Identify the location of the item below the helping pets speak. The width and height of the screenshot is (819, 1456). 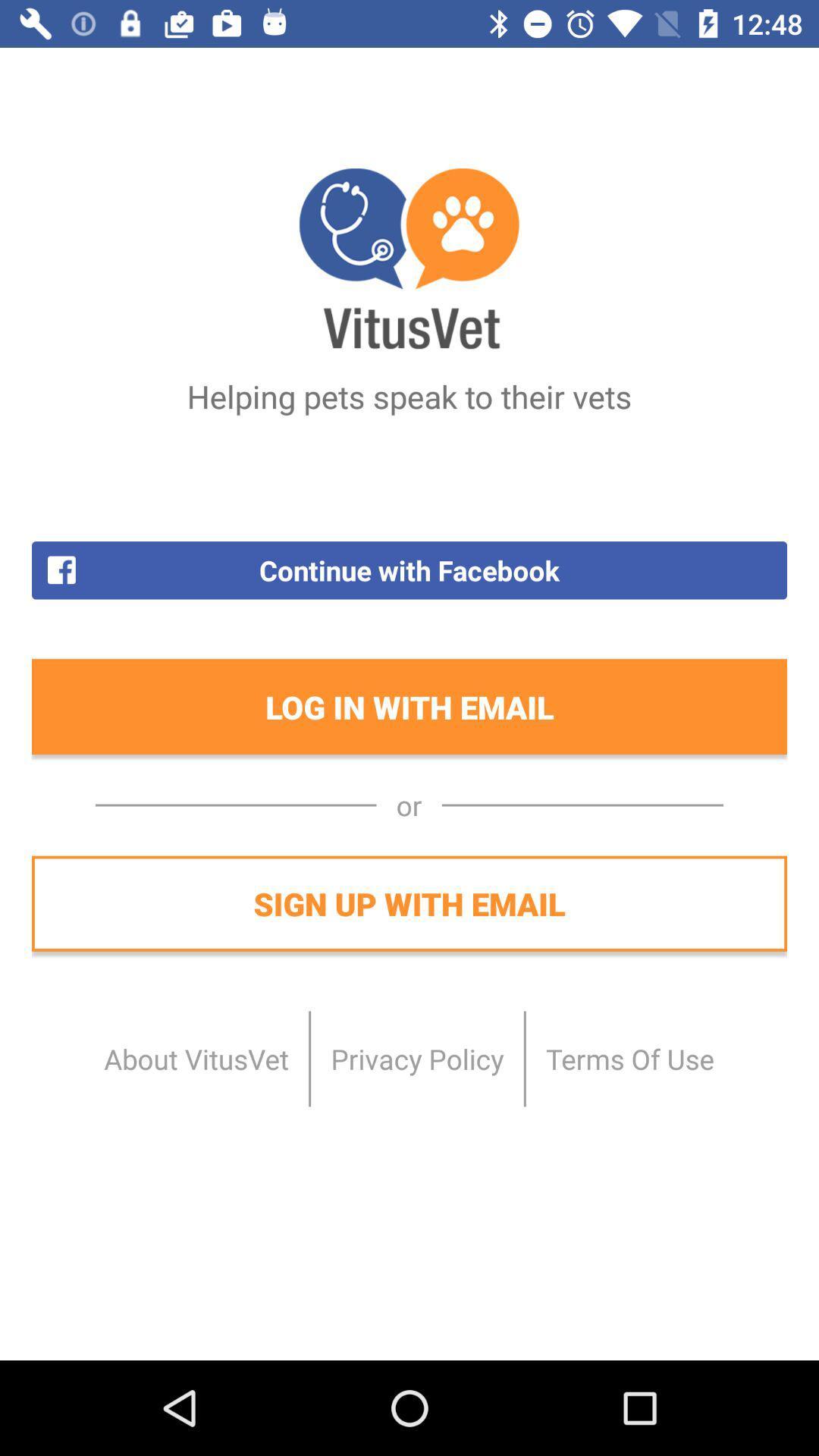
(409, 570).